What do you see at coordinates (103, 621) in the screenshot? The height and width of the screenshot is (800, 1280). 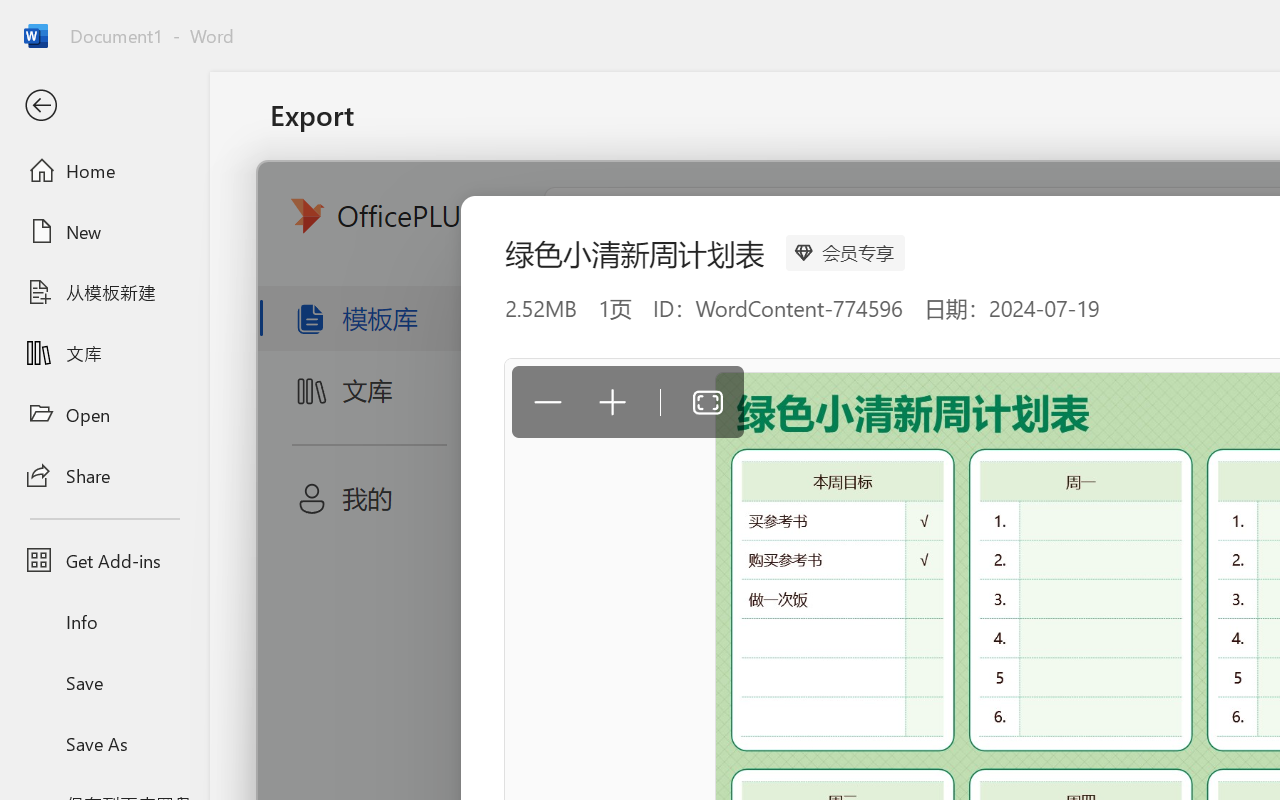 I see `'Info'` at bounding box center [103, 621].